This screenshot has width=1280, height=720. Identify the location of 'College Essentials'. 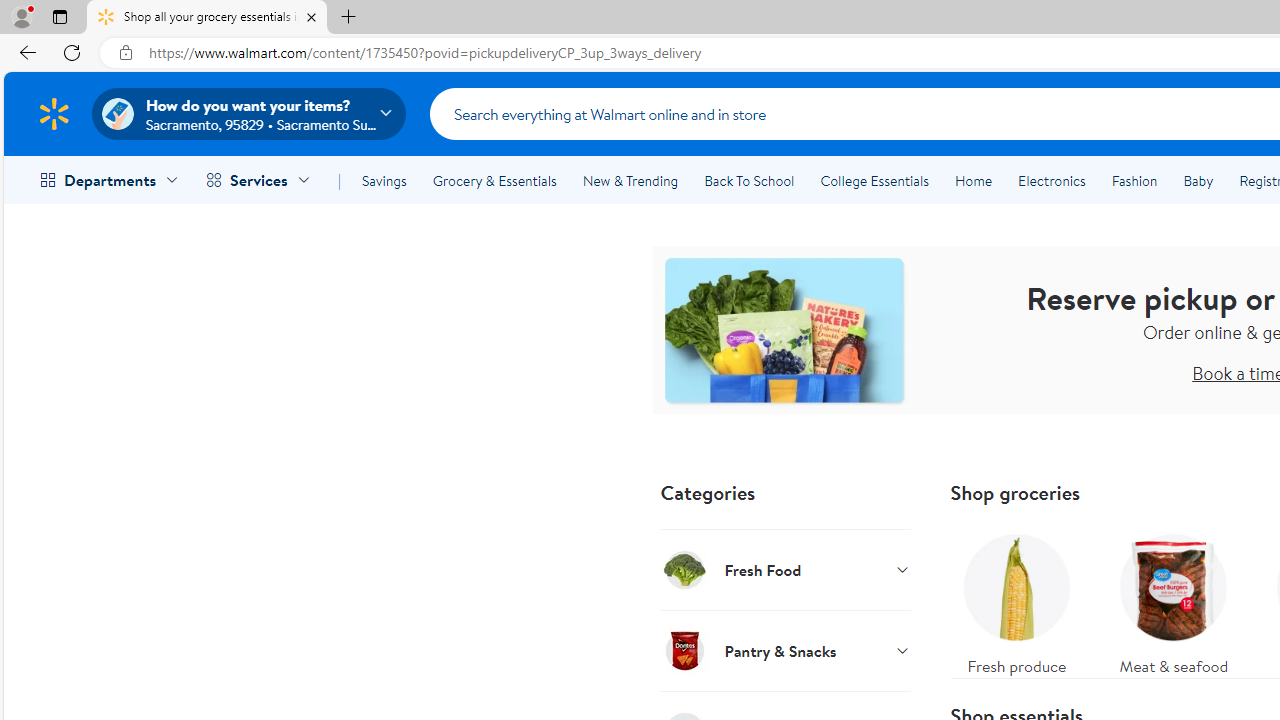
(874, 181).